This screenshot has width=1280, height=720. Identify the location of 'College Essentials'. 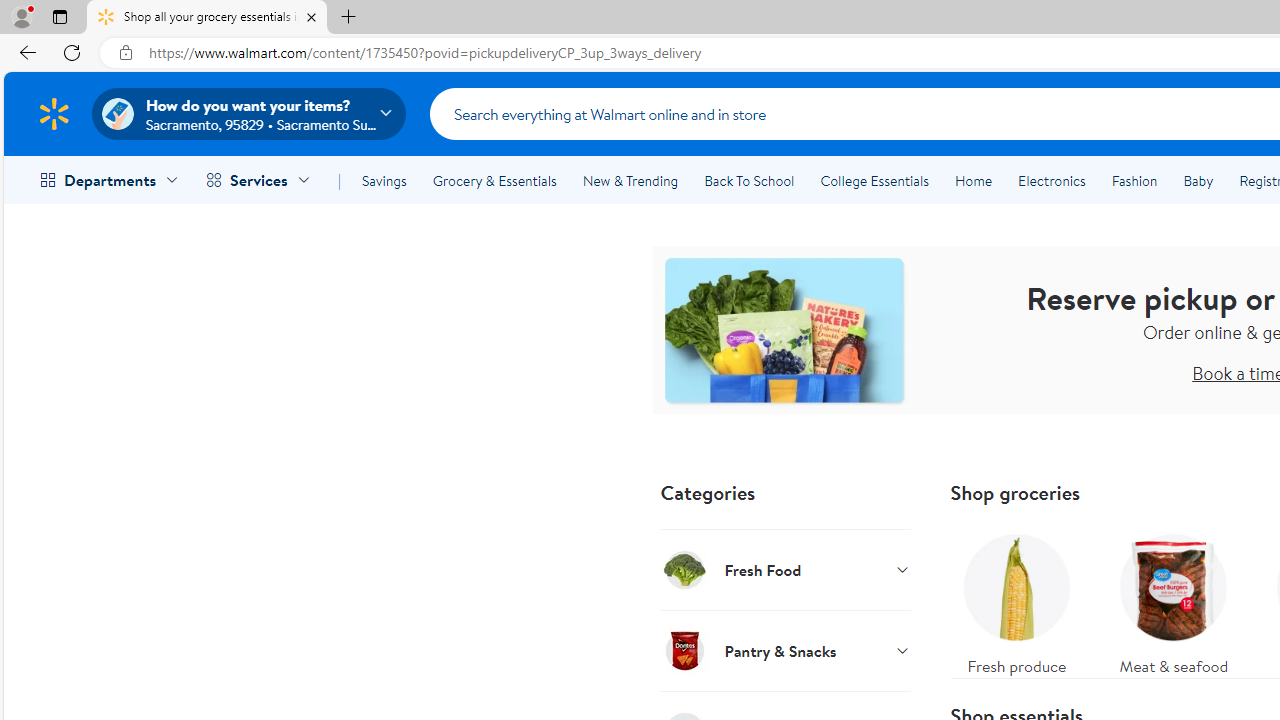
(874, 181).